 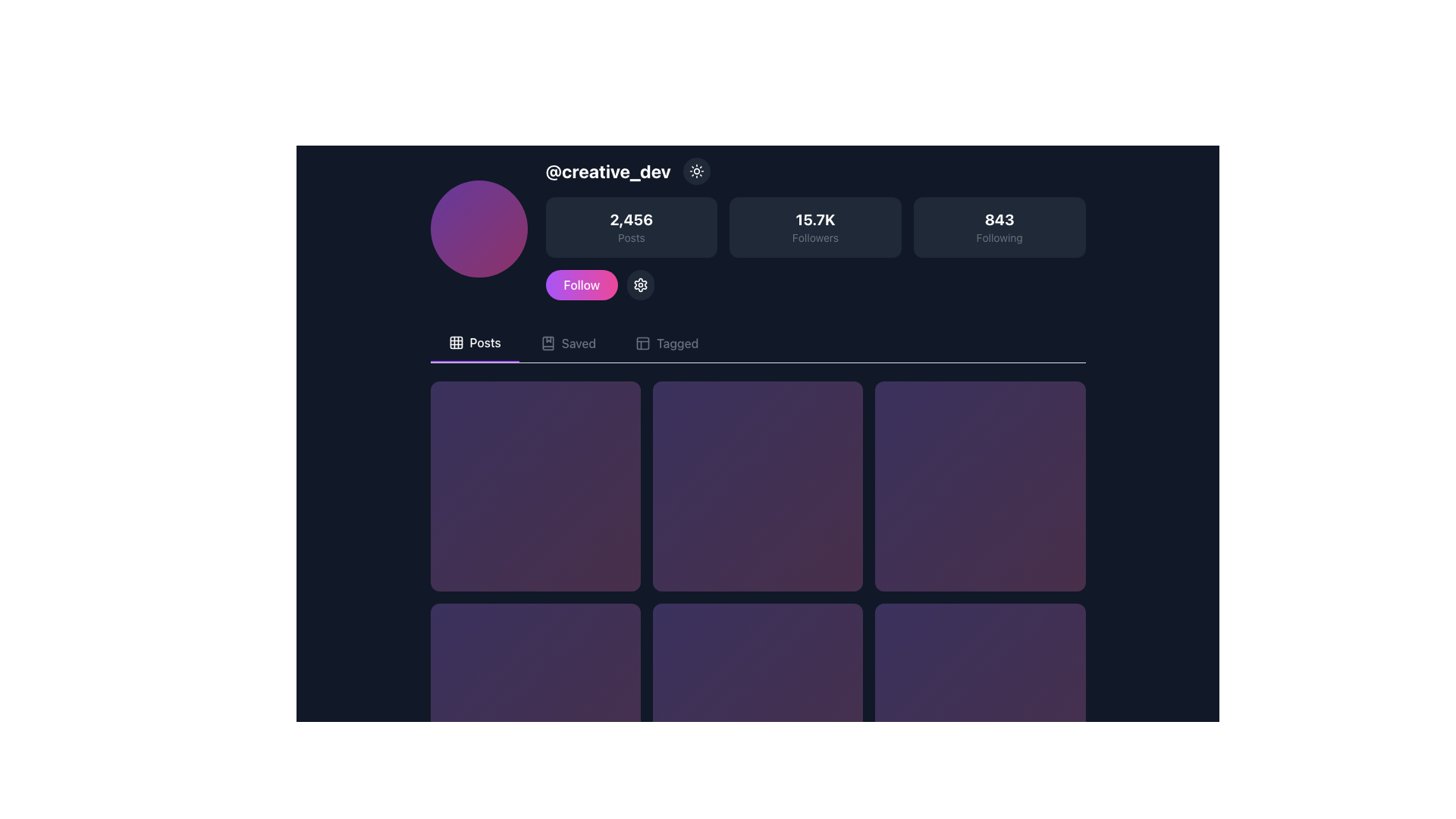 What do you see at coordinates (643, 343) in the screenshot?
I see `the 'tagged' section icon in the profile navigation bar` at bounding box center [643, 343].